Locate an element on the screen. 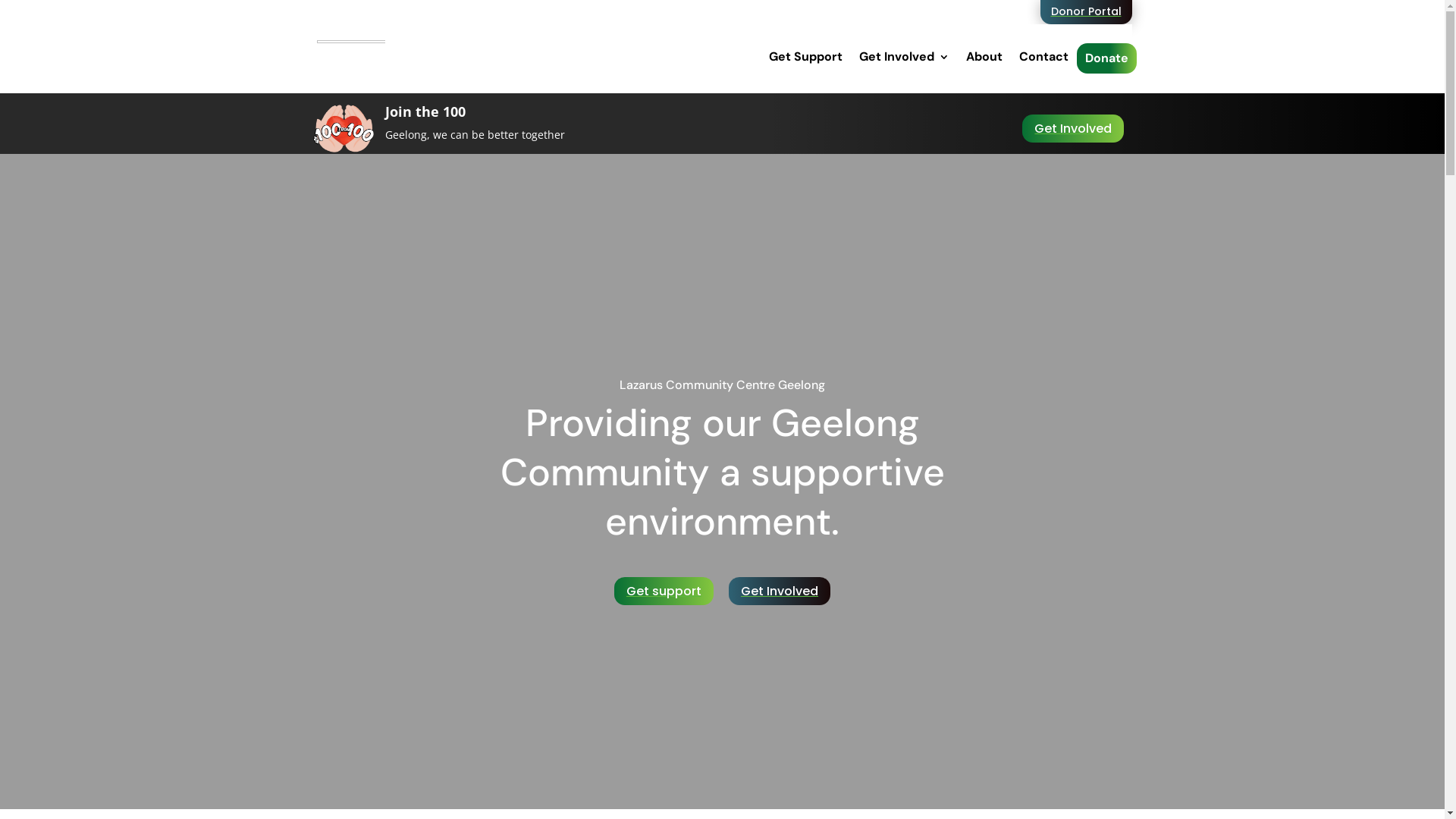 Image resolution: width=1456 pixels, height=819 pixels. 'Get support' is located at coordinates (664, 590).